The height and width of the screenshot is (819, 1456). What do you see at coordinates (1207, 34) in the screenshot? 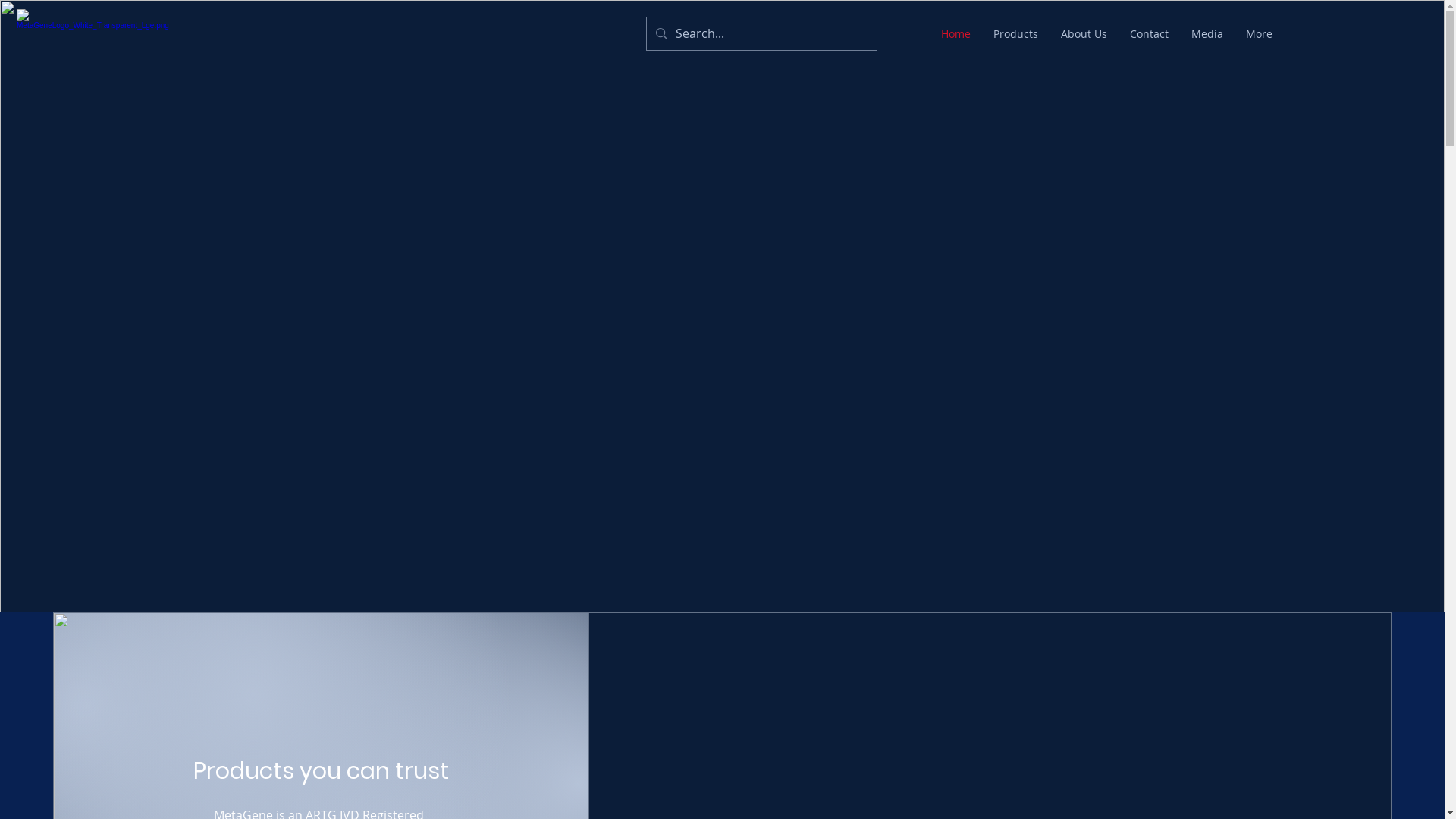
I see `'Media'` at bounding box center [1207, 34].